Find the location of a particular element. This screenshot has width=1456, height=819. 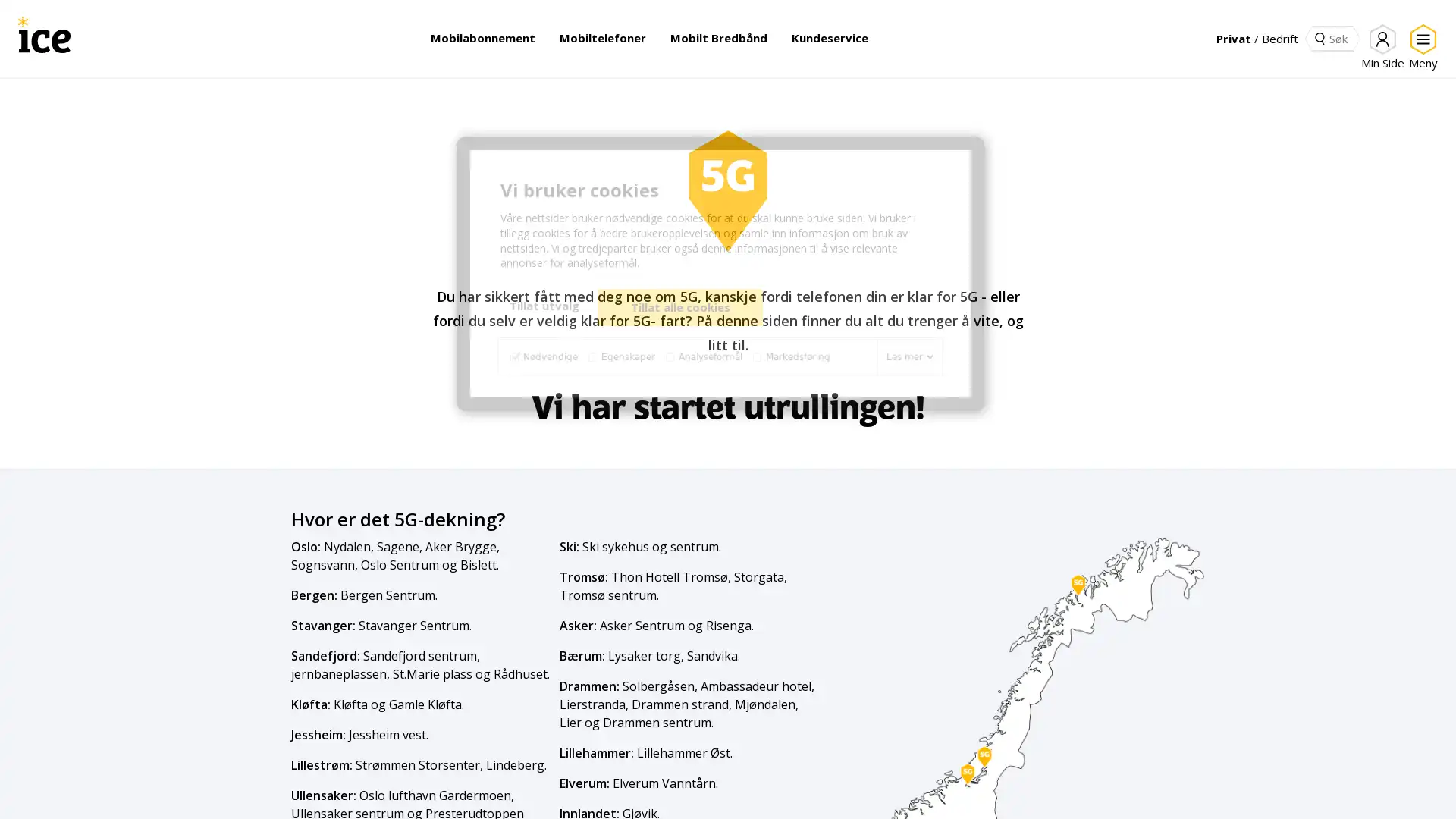

Meny is located at coordinates (1420, 46).